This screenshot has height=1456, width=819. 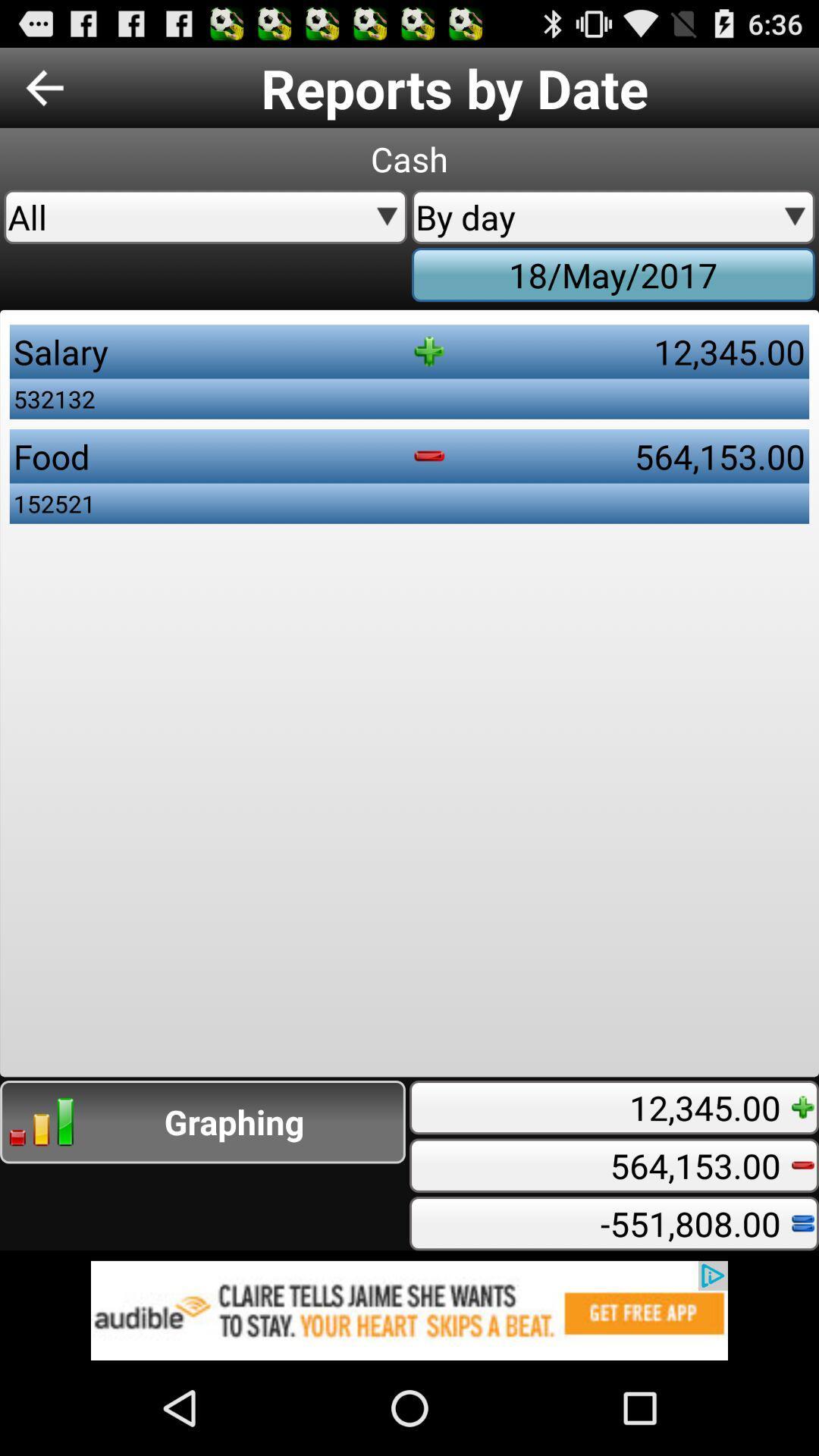 What do you see at coordinates (409, 1310) in the screenshot?
I see `advatisment` at bounding box center [409, 1310].